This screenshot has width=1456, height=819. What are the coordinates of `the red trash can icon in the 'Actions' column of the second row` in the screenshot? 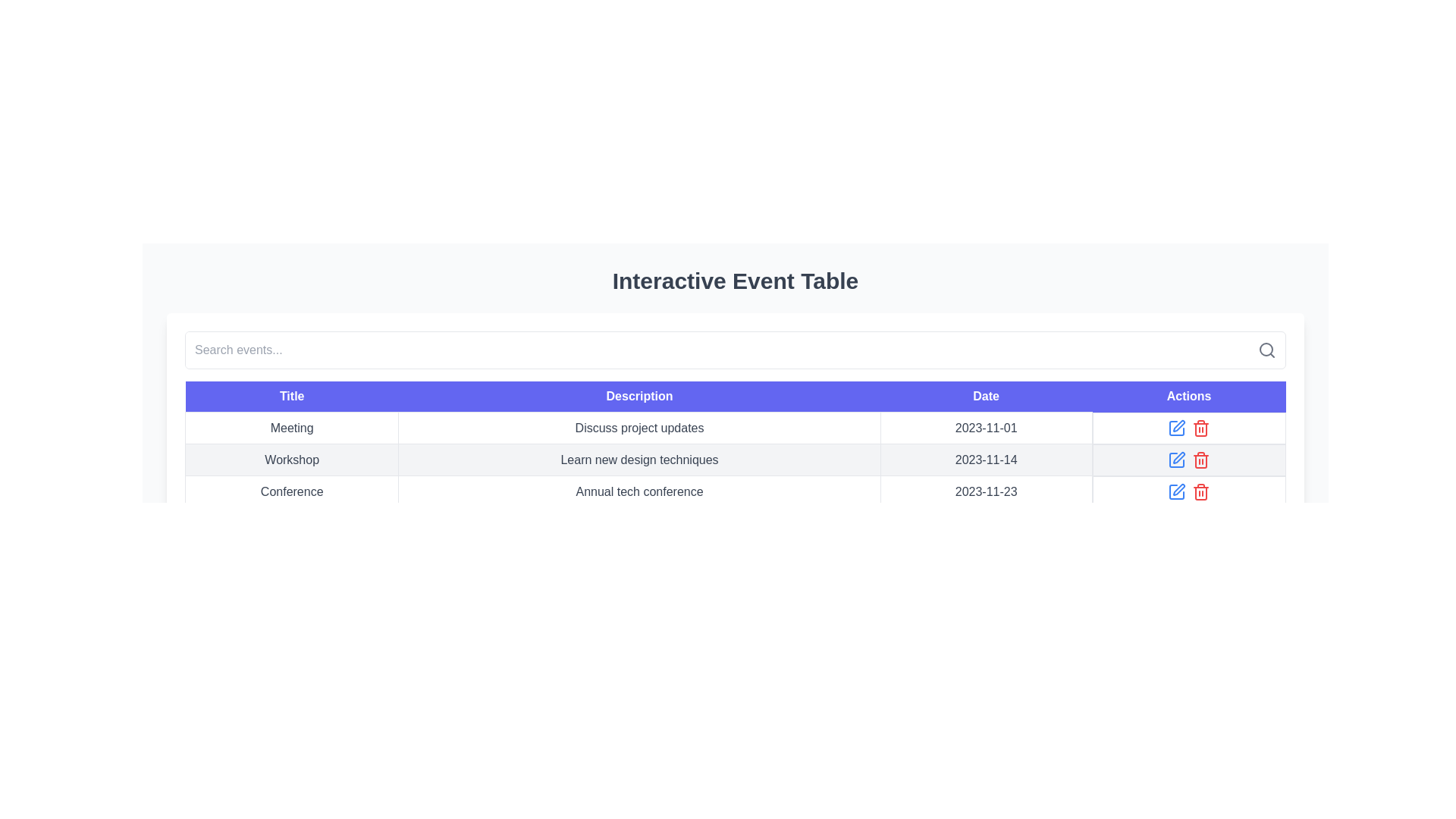 It's located at (1188, 459).